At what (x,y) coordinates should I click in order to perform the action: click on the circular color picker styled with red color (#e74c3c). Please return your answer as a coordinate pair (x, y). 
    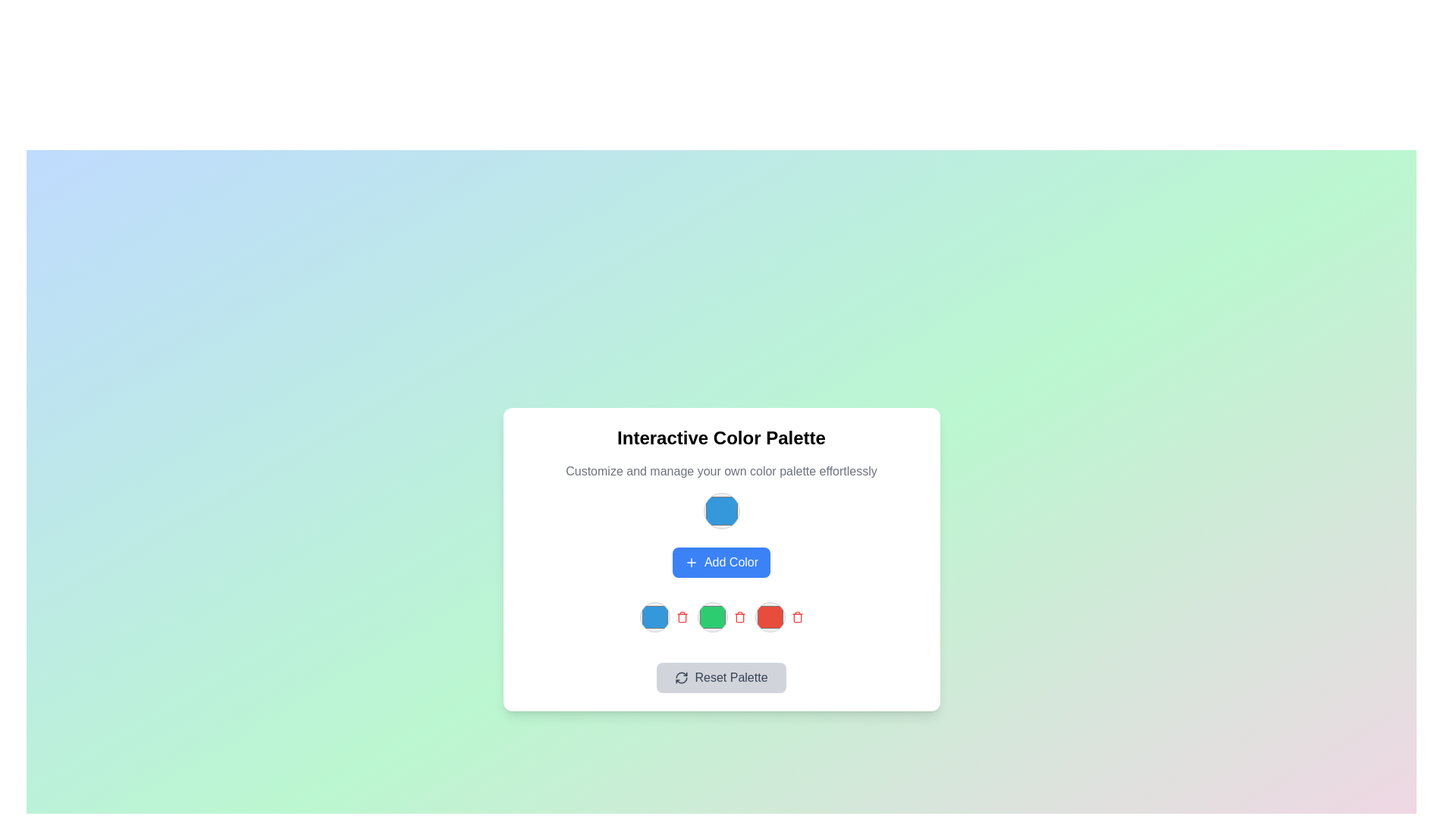
    Looking at the image, I should click on (770, 617).